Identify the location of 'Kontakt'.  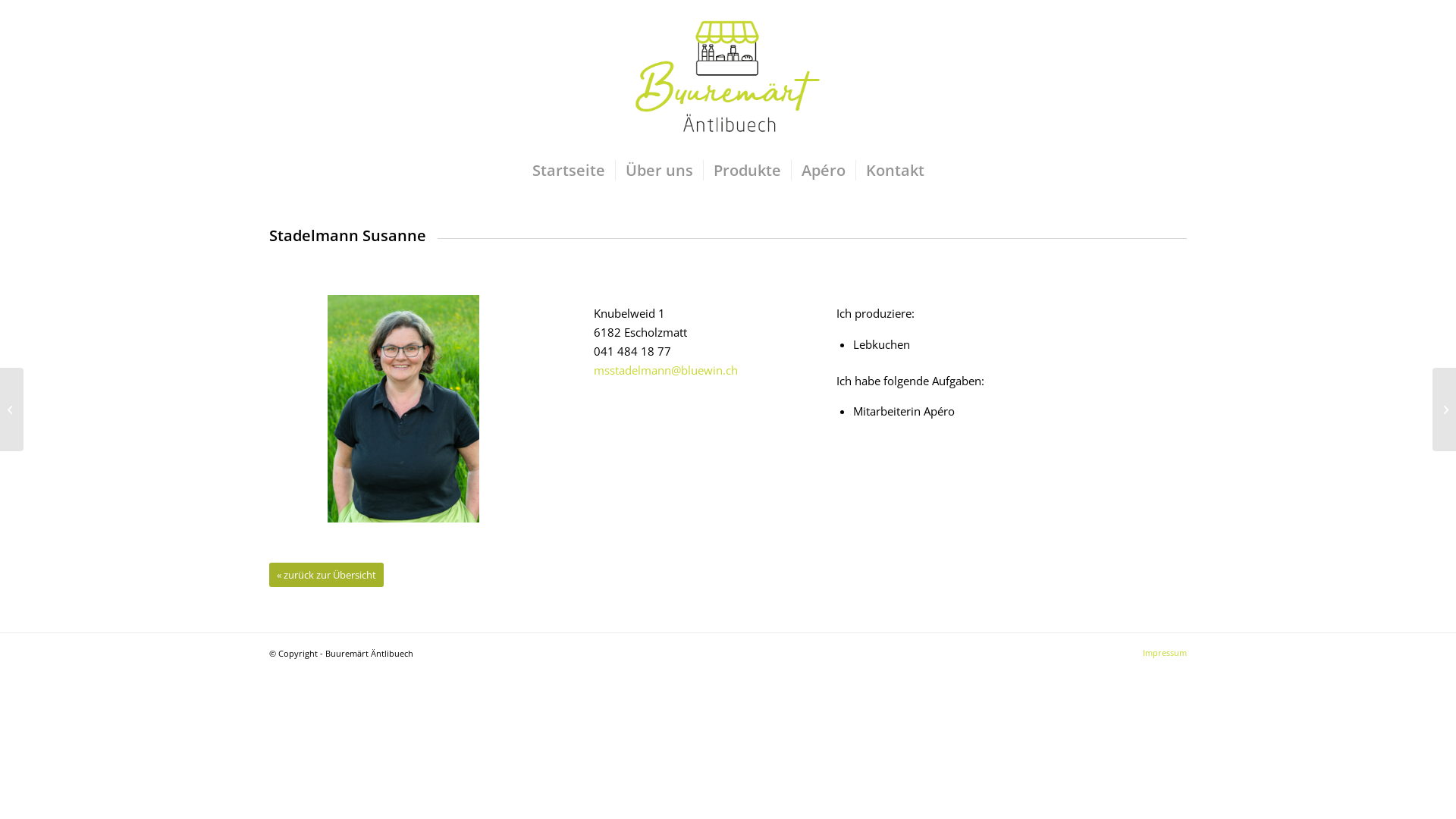
(895, 170).